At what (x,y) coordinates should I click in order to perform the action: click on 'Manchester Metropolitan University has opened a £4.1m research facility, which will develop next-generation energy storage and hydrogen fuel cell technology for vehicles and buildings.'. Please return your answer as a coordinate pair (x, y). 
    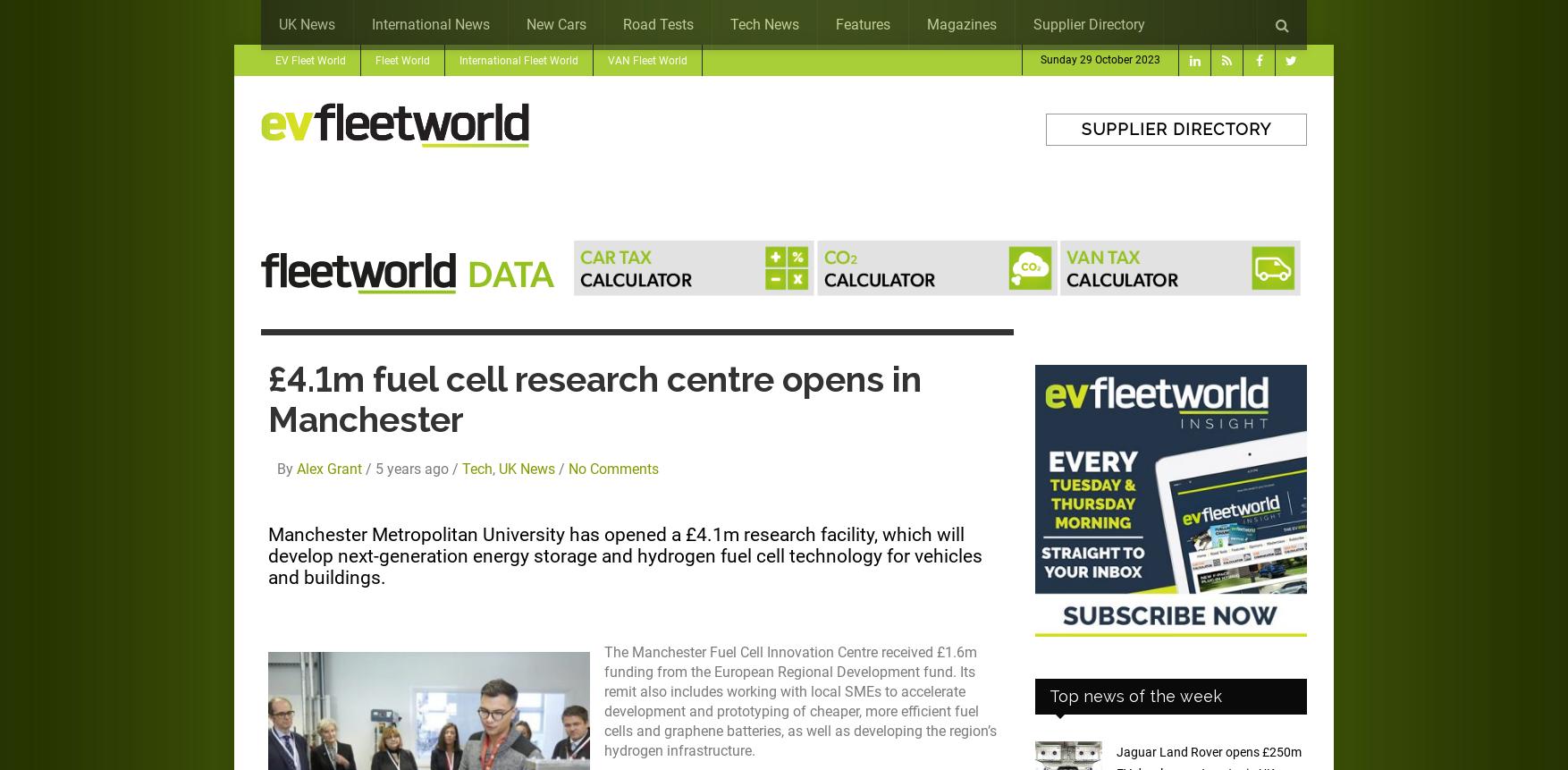
    Looking at the image, I should click on (624, 555).